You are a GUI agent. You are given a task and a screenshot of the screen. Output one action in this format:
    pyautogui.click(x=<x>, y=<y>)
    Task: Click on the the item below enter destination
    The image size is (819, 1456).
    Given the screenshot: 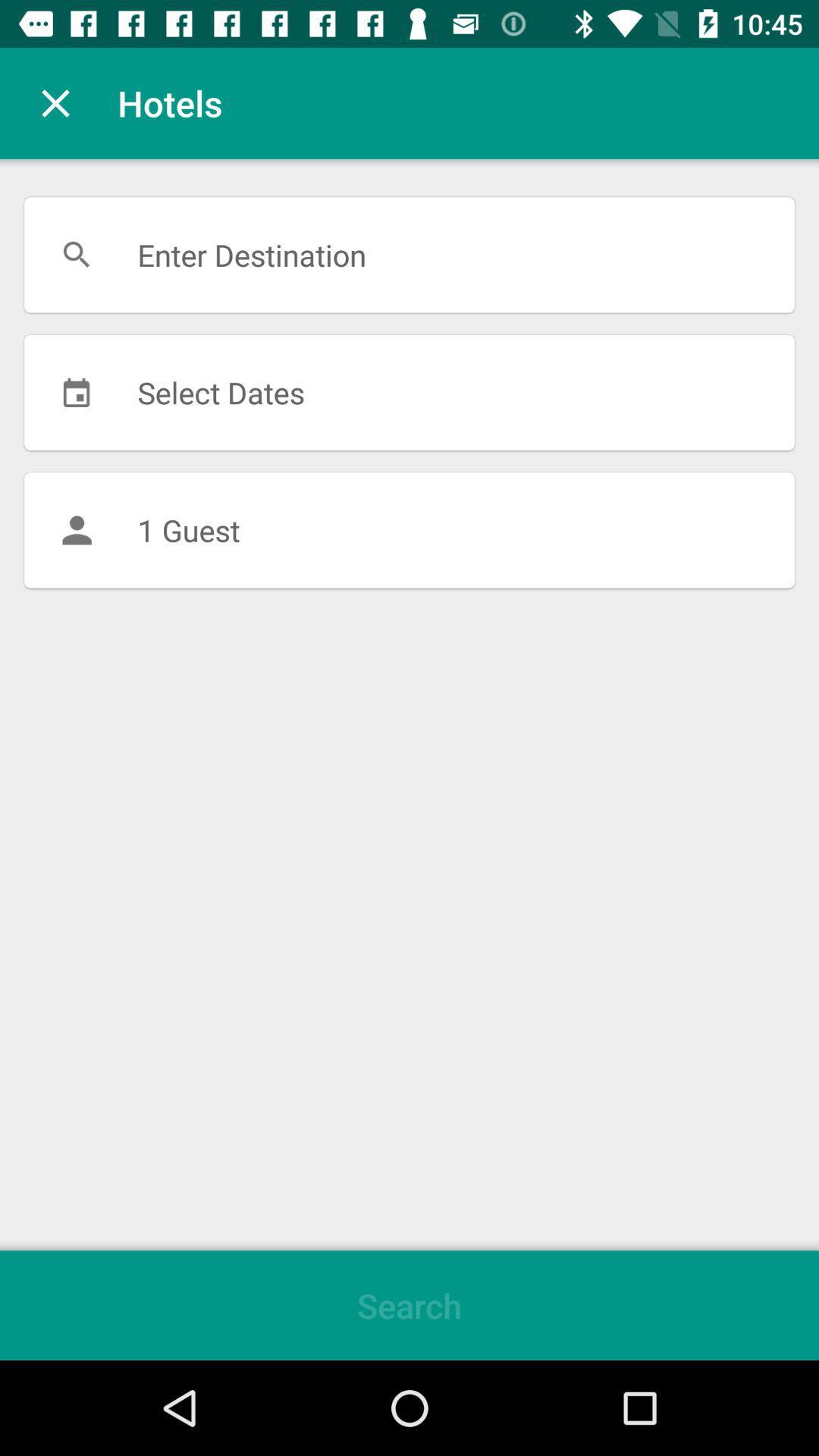 What is the action you would take?
    pyautogui.click(x=409, y=392)
    